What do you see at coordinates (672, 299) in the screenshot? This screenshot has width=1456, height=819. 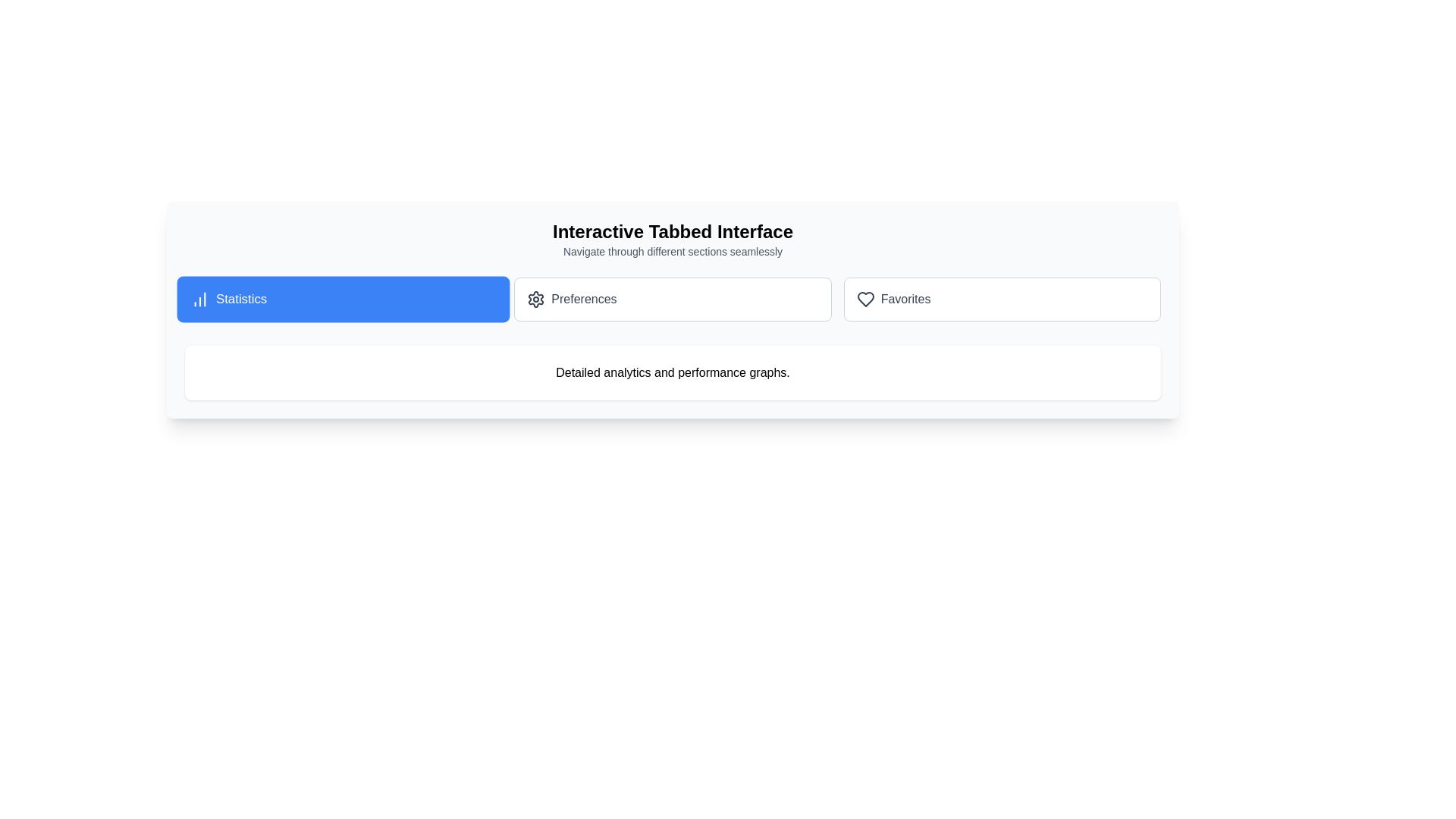 I see `the tab labeled Preferences to navigate to its content` at bounding box center [672, 299].